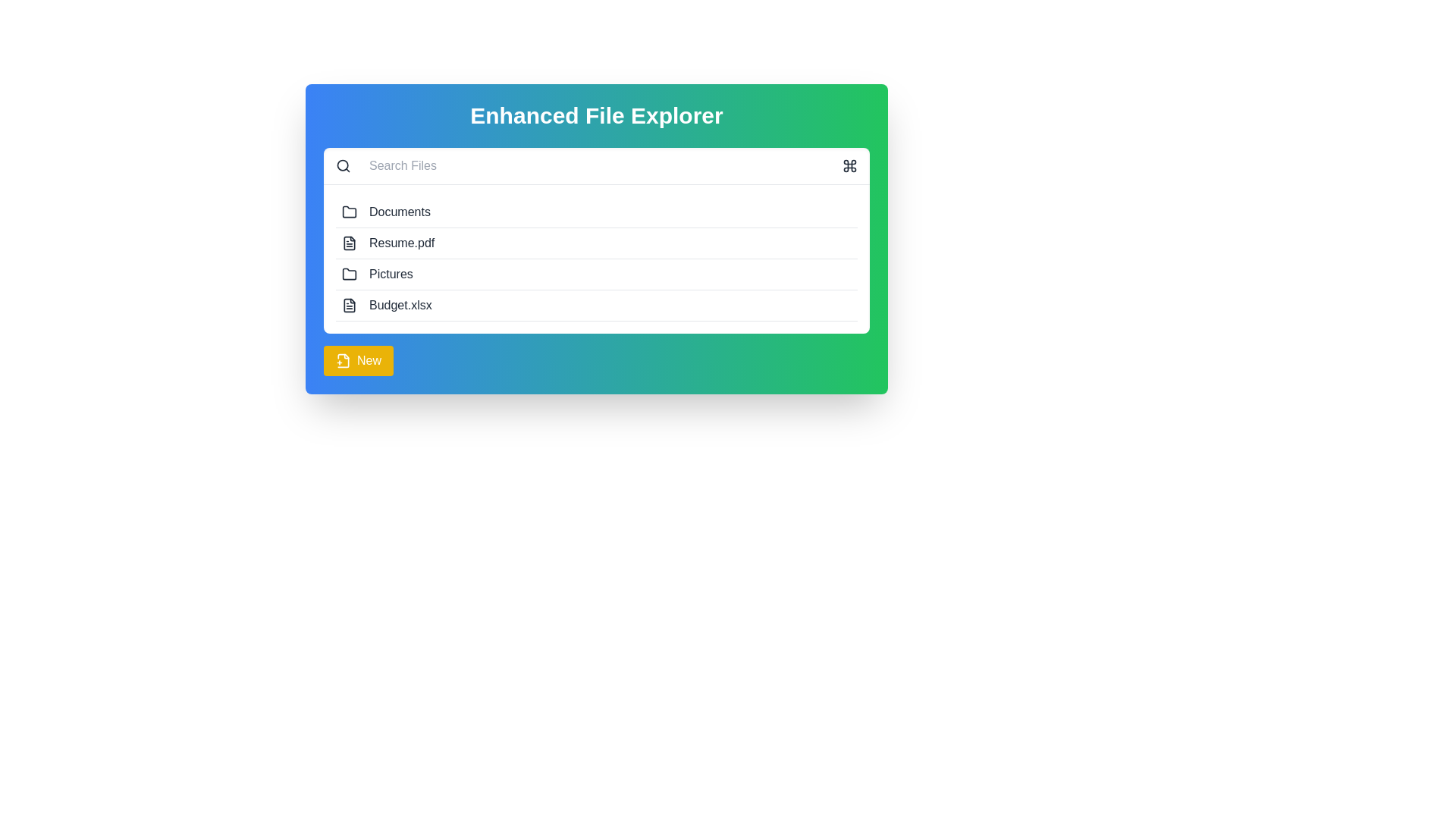  I want to click on to select or interact with the file 'Resume.pdf', which is the second item in the file browsing interface, so click(596, 259).